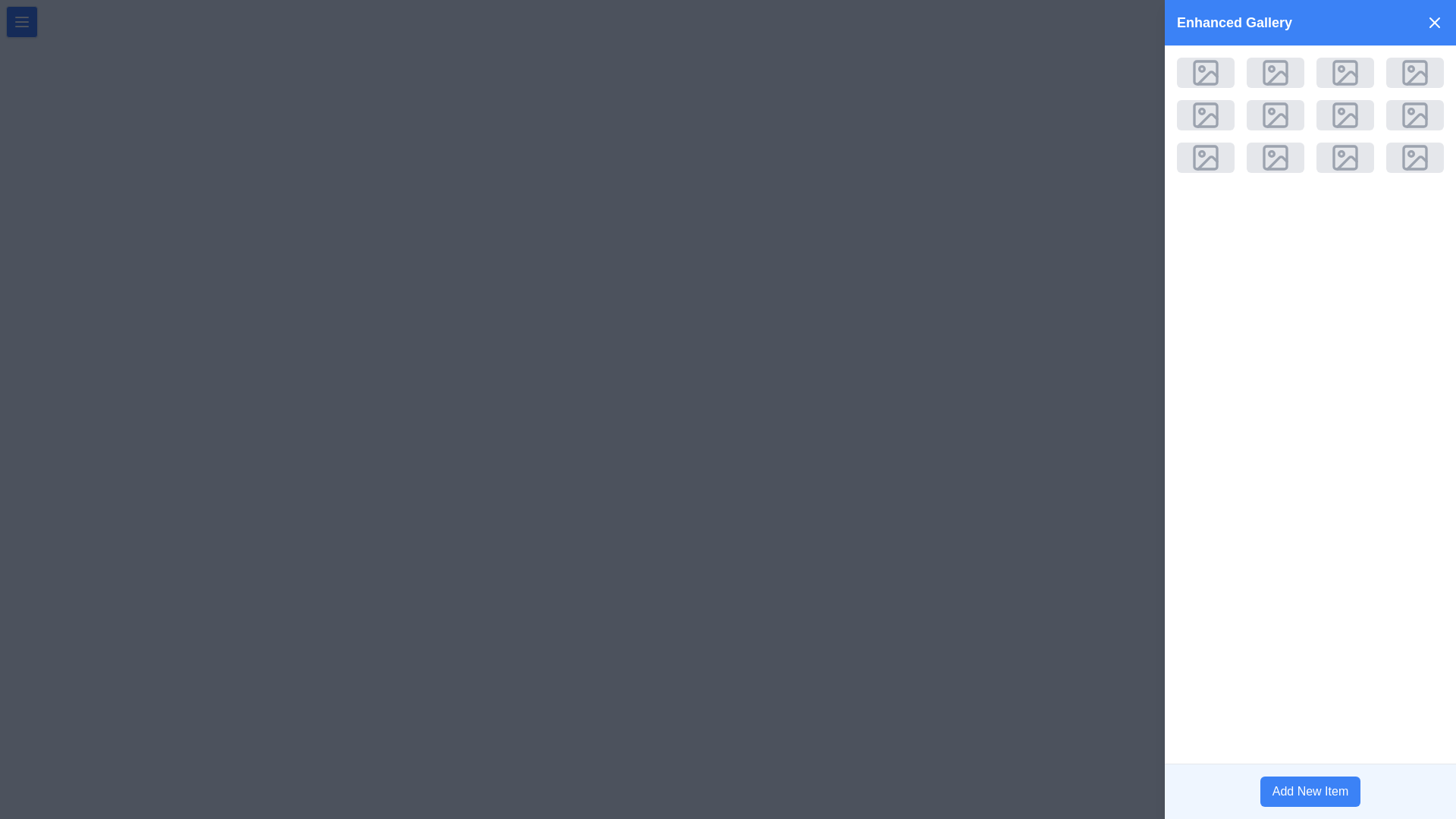 The height and width of the screenshot is (819, 1456). I want to click on and drop an image, so click(1414, 114).